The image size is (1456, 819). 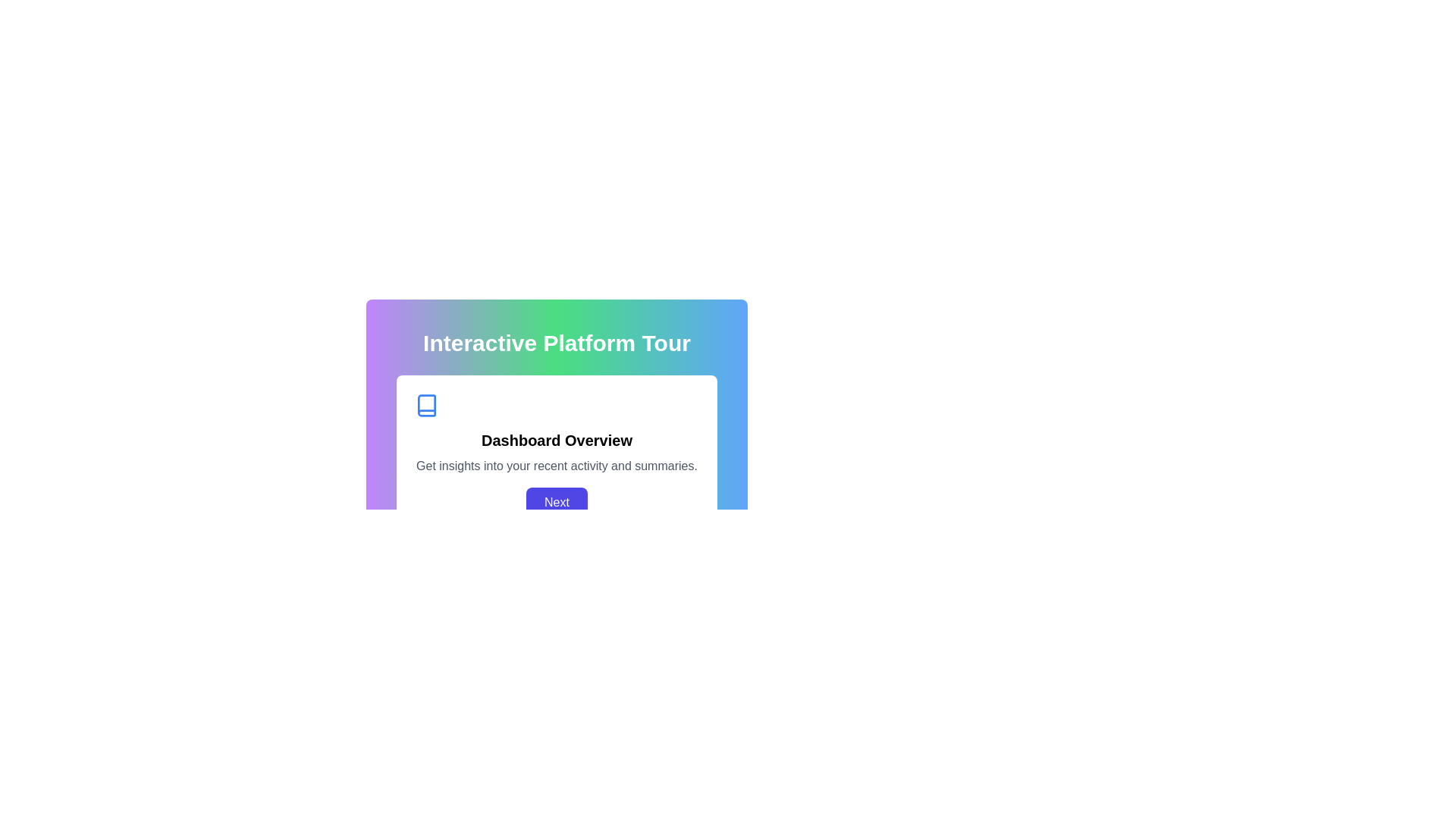 What do you see at coordinates (556, 465) in the screenshot?
I see `the Text Label that provides additional context for the 'Dashboard Overview' title, located below it and above the 'Next' button` at bounding box center [556, 465].